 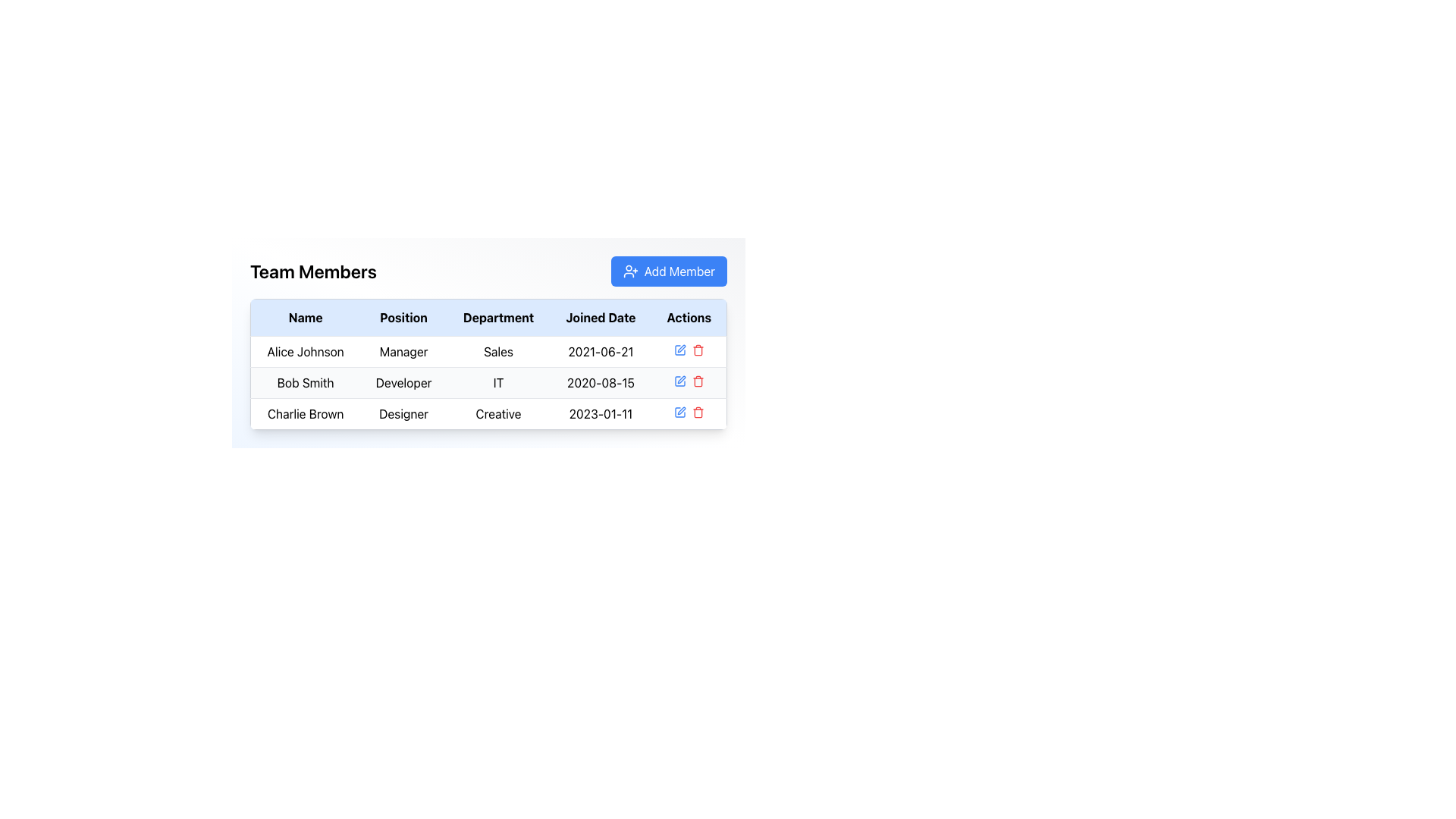 I want to click on the icon component representing part of the graphical metaphor for editing in the Actions column of the table, located at the right-hand side of the second row, so click(x=679, y=380).